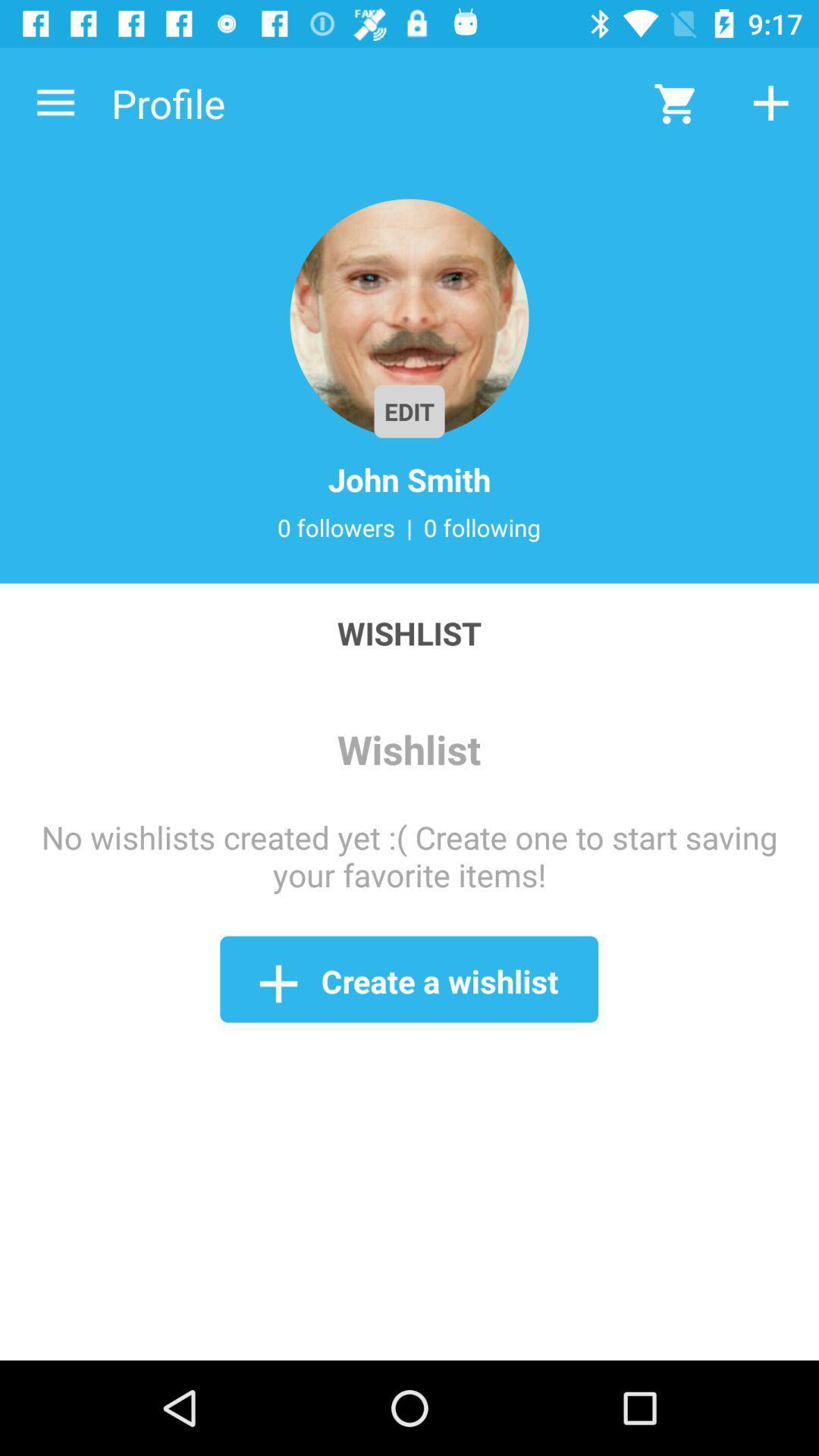  Describe the element at coordinates (409, 479) in the screenshot. I see `the john smith icon` at that location.